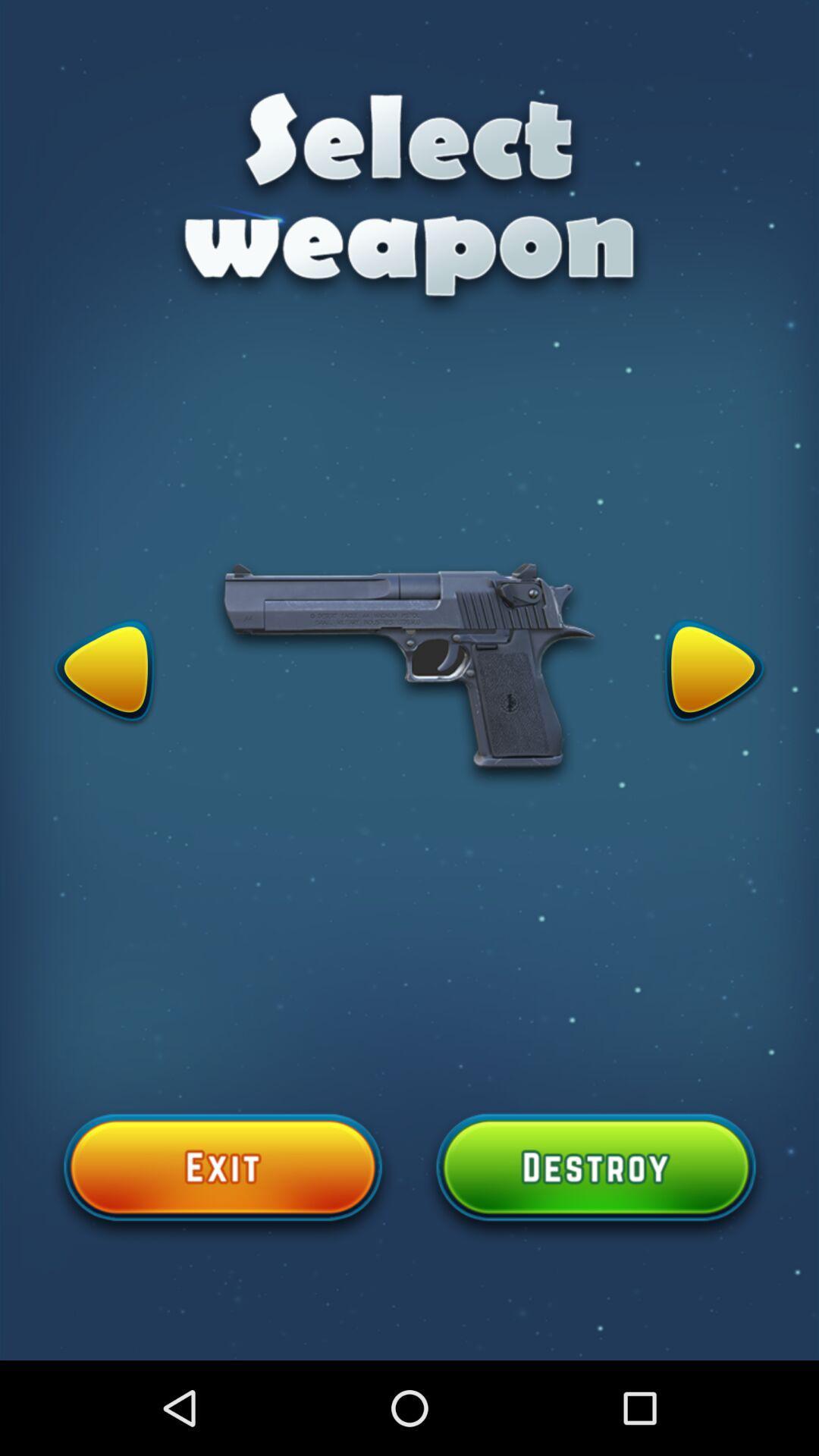  Describe the element at coordinates (104, 673) in the screenshot. I see `change the seletected element` at that location.